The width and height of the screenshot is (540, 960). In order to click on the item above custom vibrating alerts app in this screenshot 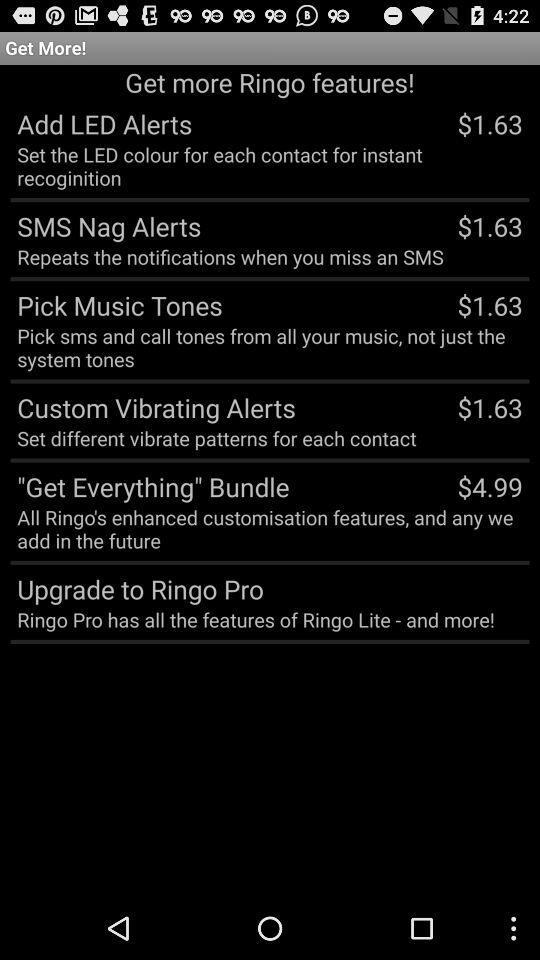, I will do `click(270, 347)`.